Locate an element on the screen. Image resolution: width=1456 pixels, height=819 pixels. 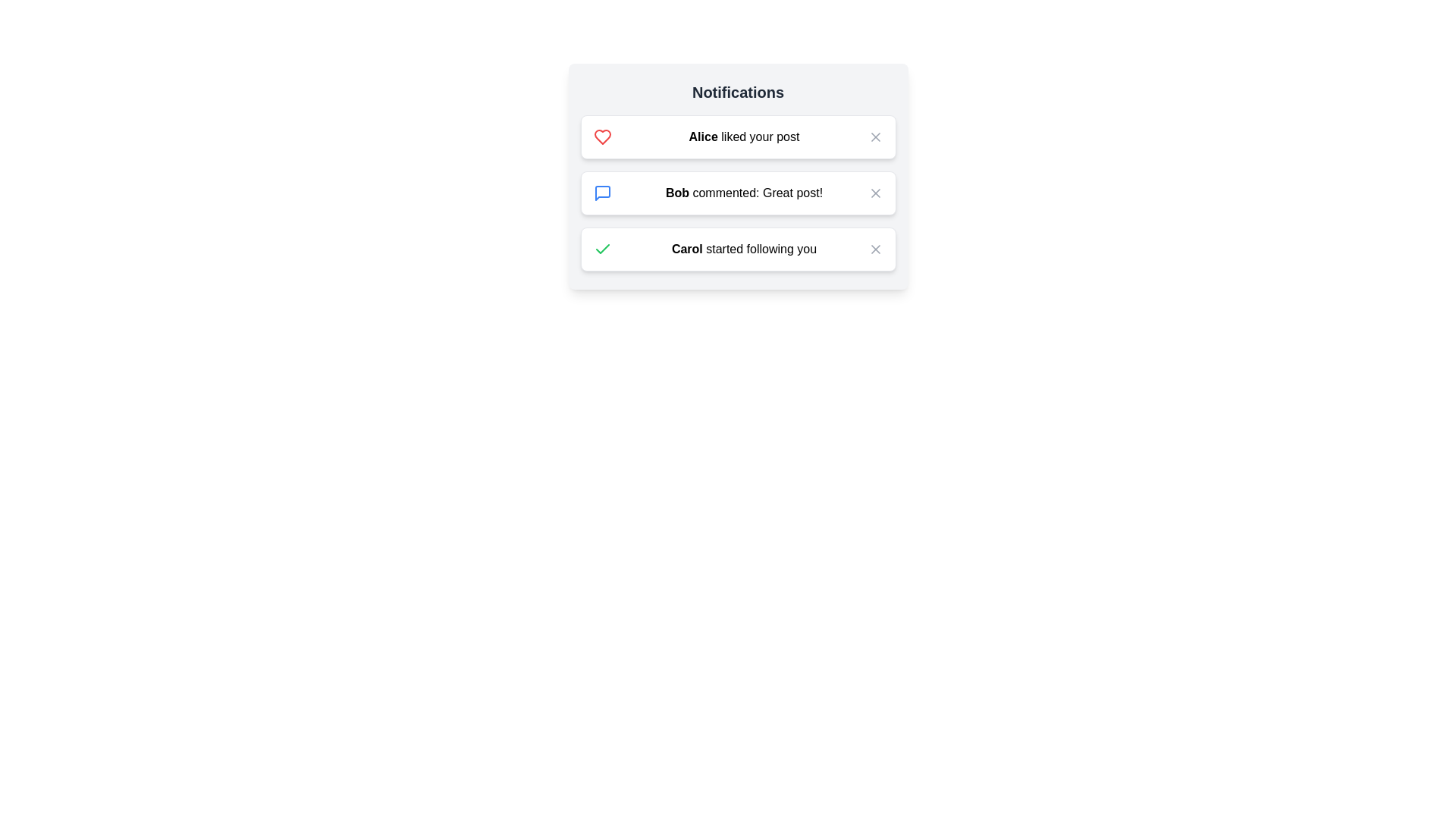
the notification 'Bob commented: Great post!' by clicking on the blue speech bubble graphic icon located prominently on the left side of the notification entry is located at coordinates (601, 192).